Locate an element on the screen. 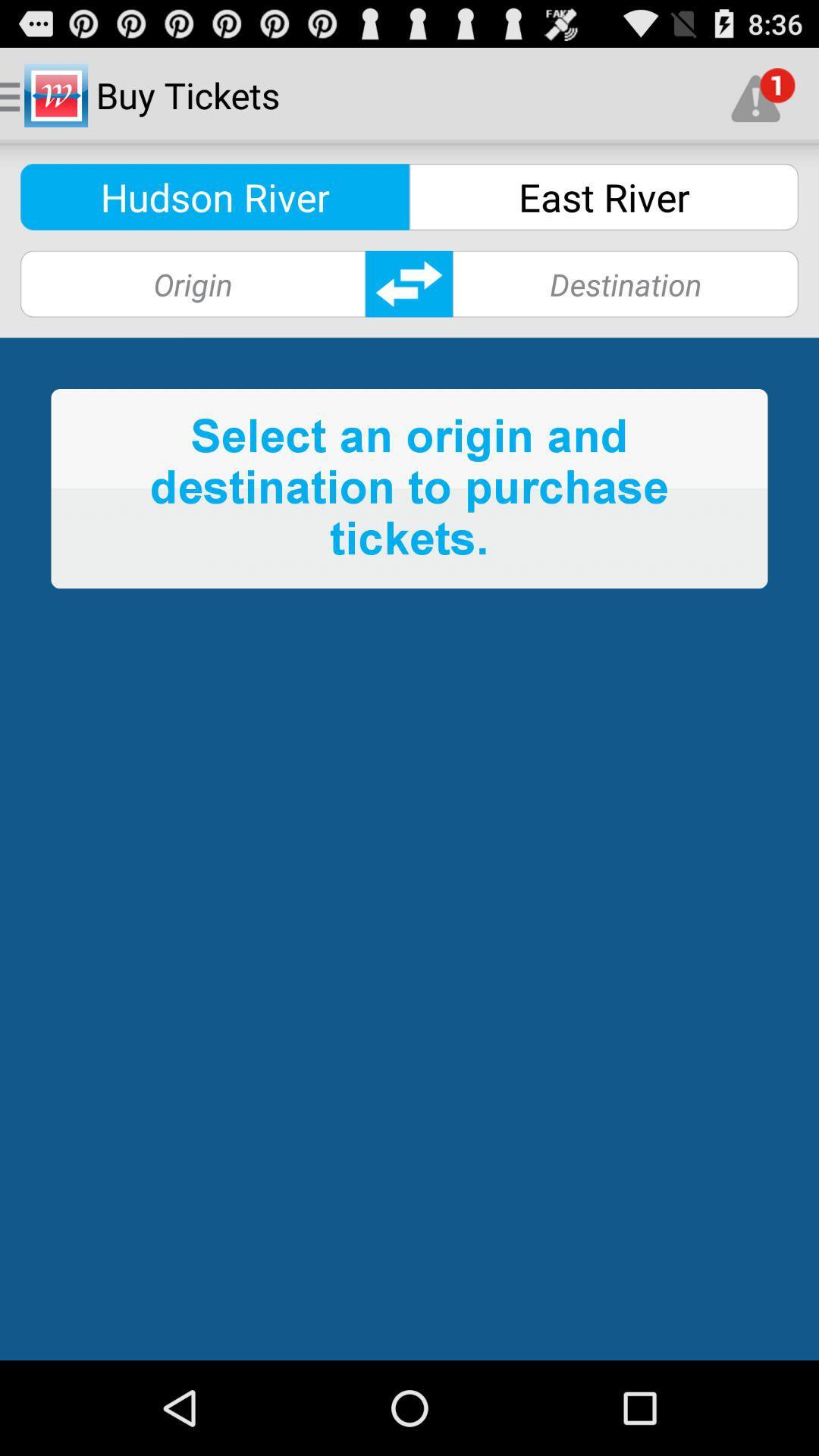  the swap icon is located at coordinates (408, 303).